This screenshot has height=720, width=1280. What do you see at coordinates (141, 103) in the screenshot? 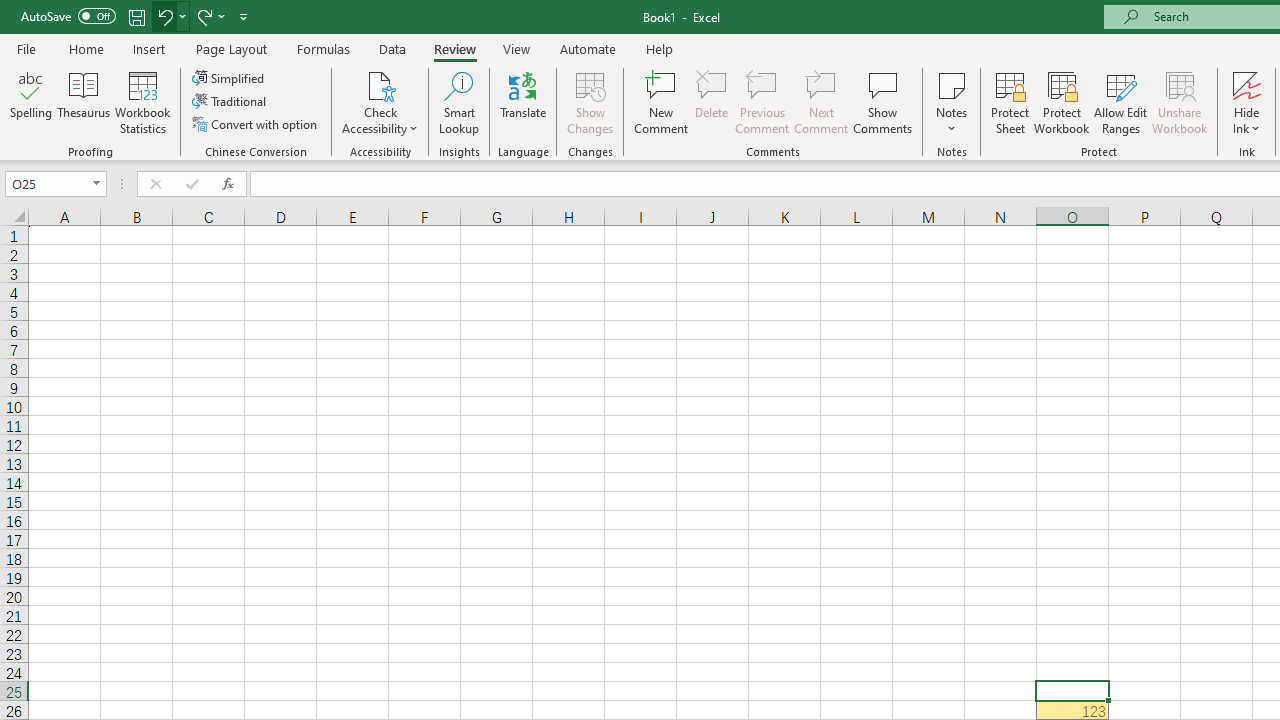
I see `'Workbook Statistics'` at bounding box center [141, 103].